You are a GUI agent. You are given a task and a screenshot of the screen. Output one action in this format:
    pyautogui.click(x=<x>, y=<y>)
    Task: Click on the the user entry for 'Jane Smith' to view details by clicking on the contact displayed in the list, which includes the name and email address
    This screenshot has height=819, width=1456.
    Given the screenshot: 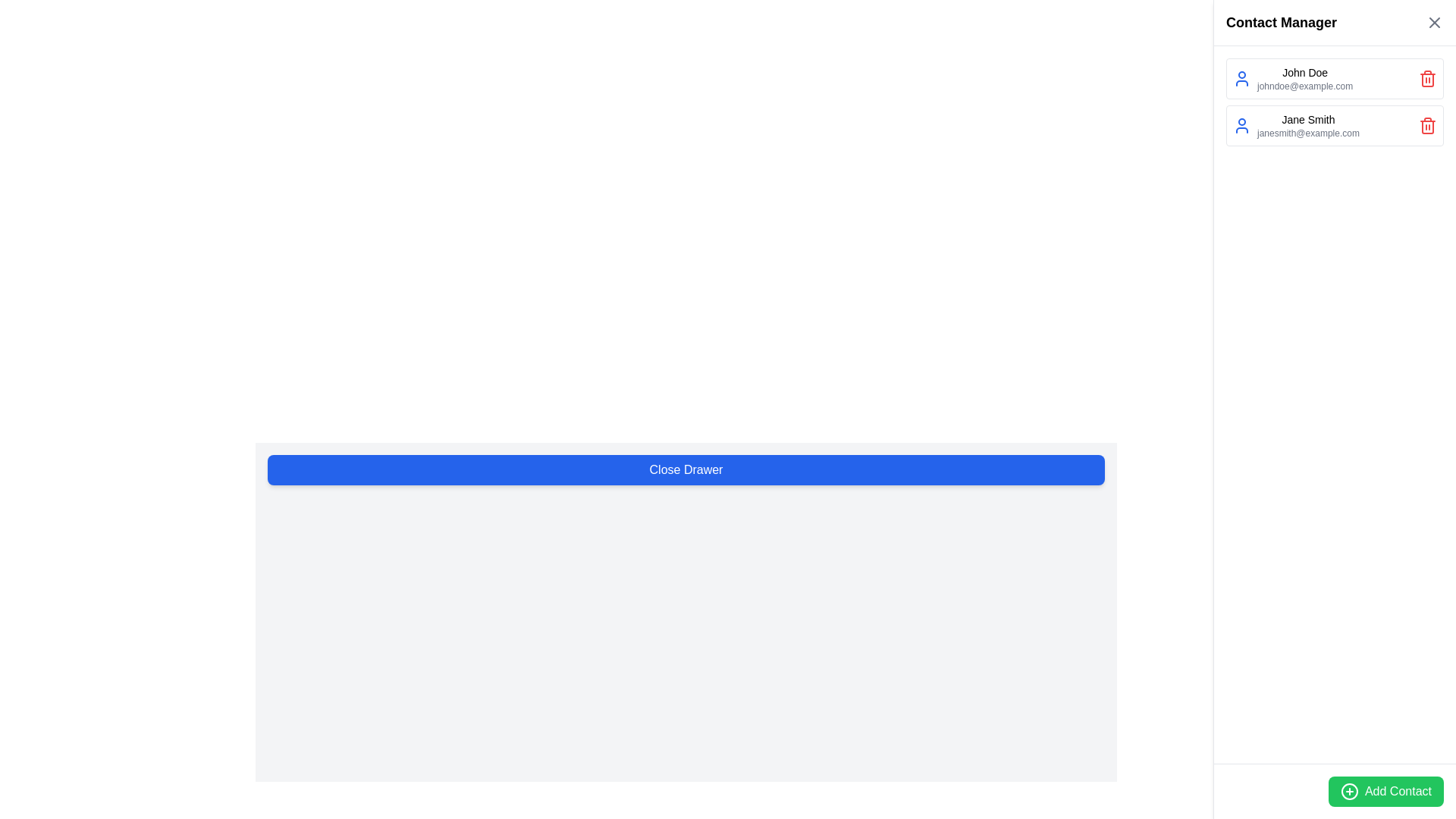 What is the action you would take?
    pyautogui.click(x=1295, y=124)
    